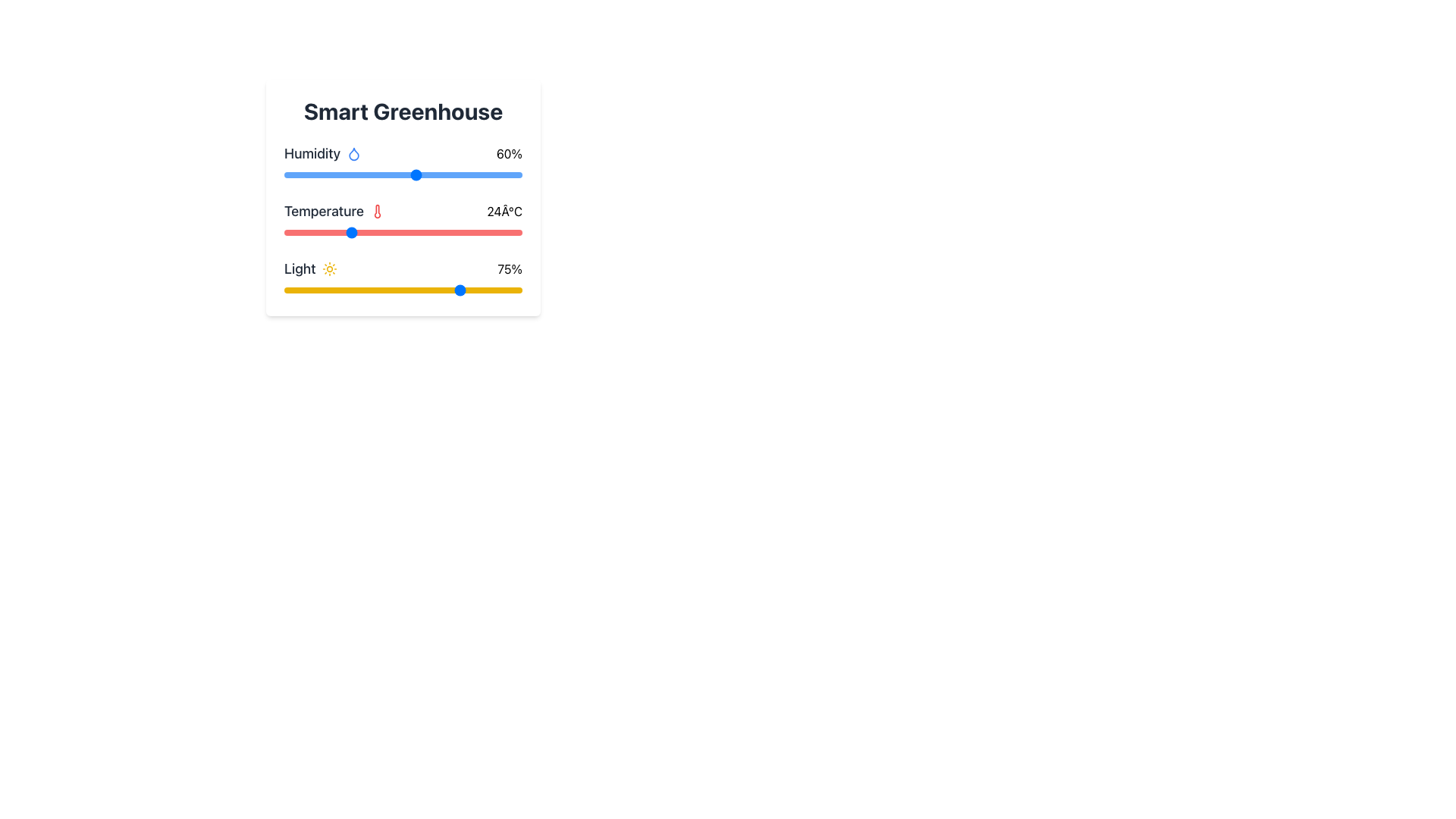  What do you see at coordinates (403, 290) in the screenshot?
I see `the yellow range slider indicating a value of 75% under the 'Light' label` at bounding box center [403, 290].